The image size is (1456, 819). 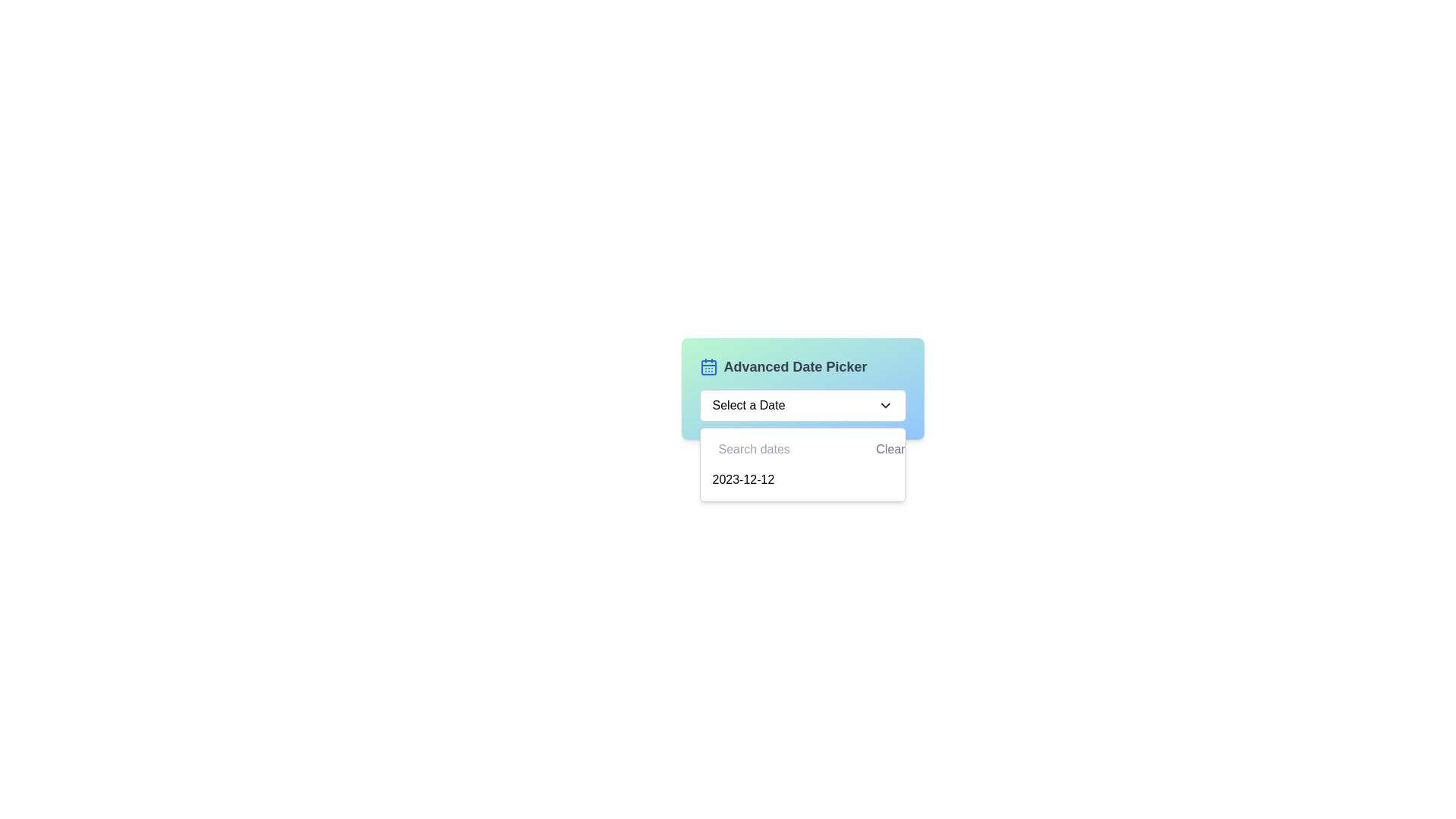 What do you see at coordinates (890, 449) in the screenshot?
I see `the 'Clear' button, which is styled in light gray and positioned to the right of the 'Search dates' input field within a dropdown menu under a date picker component` at bounding box center [890, 449].